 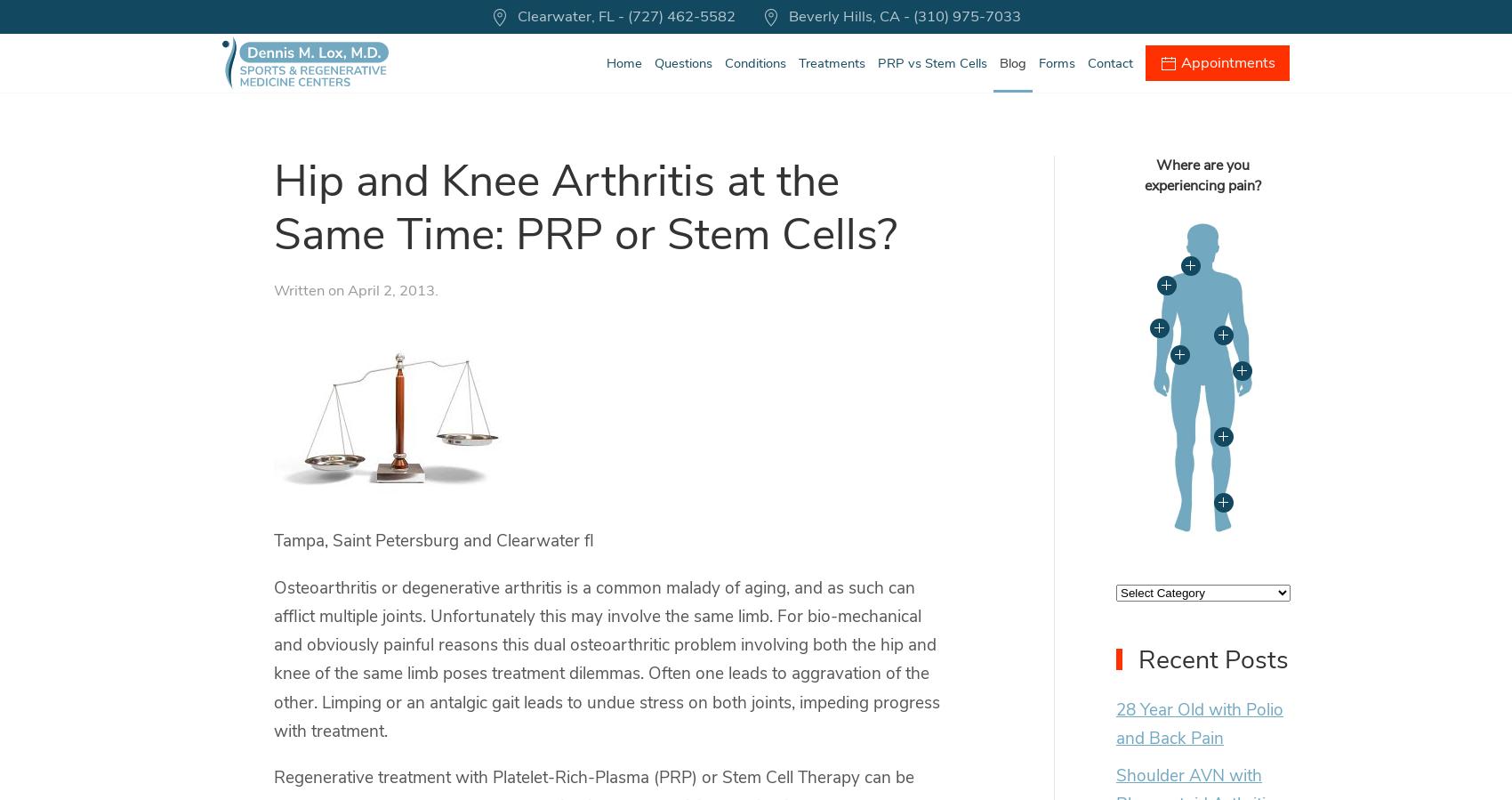 I want to click on 'Conditions', so click(x=754, y=61).